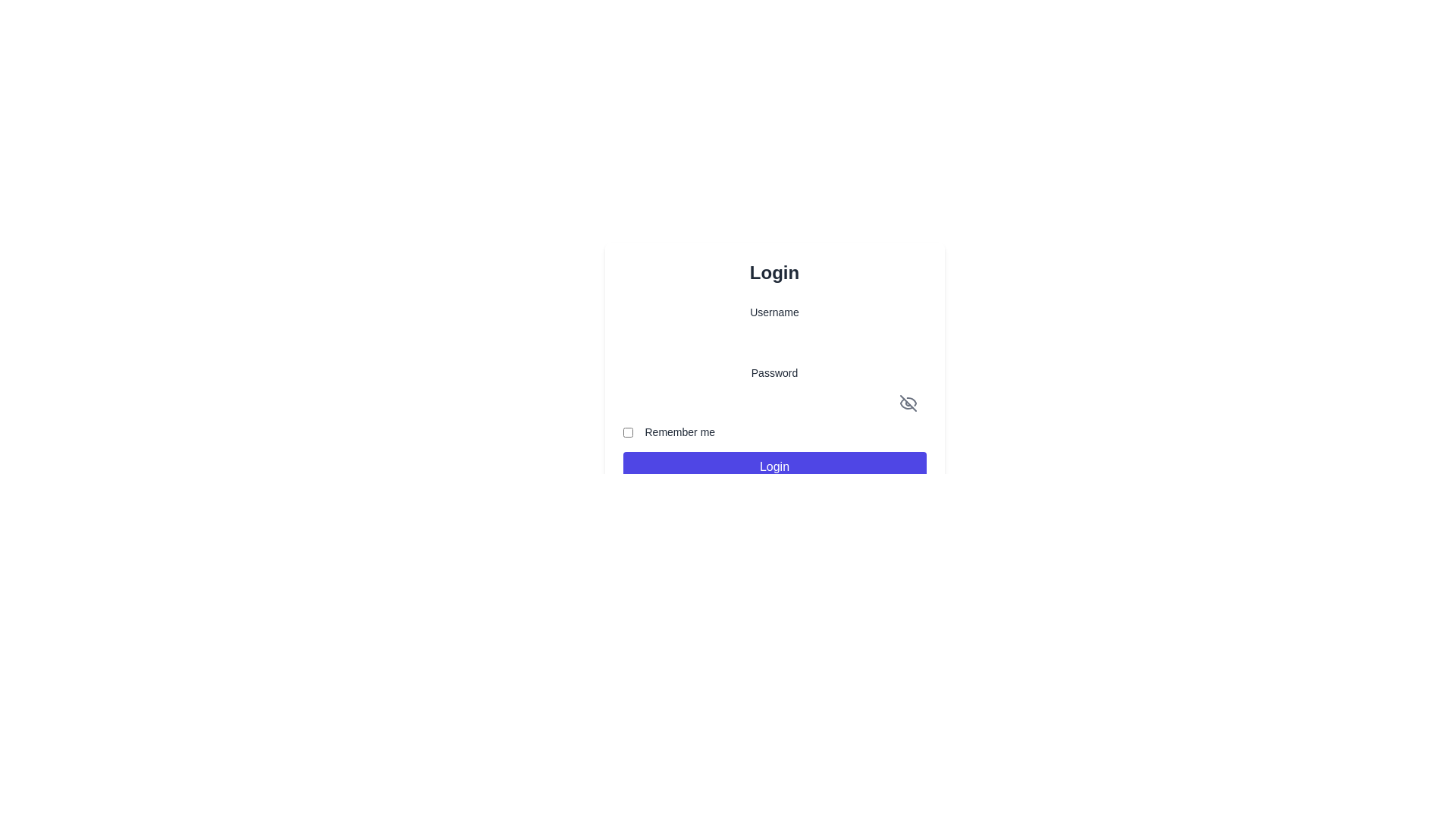 The width and height of the screenshot is (1456, 819). What do you see at coordinates (774, 373) in the screenshot?
I see `the label indicating the purpose of the adjacent password input field, which is slightly below the center of the interface and aligned to the left of the input field` at bounding box center [774, 373].